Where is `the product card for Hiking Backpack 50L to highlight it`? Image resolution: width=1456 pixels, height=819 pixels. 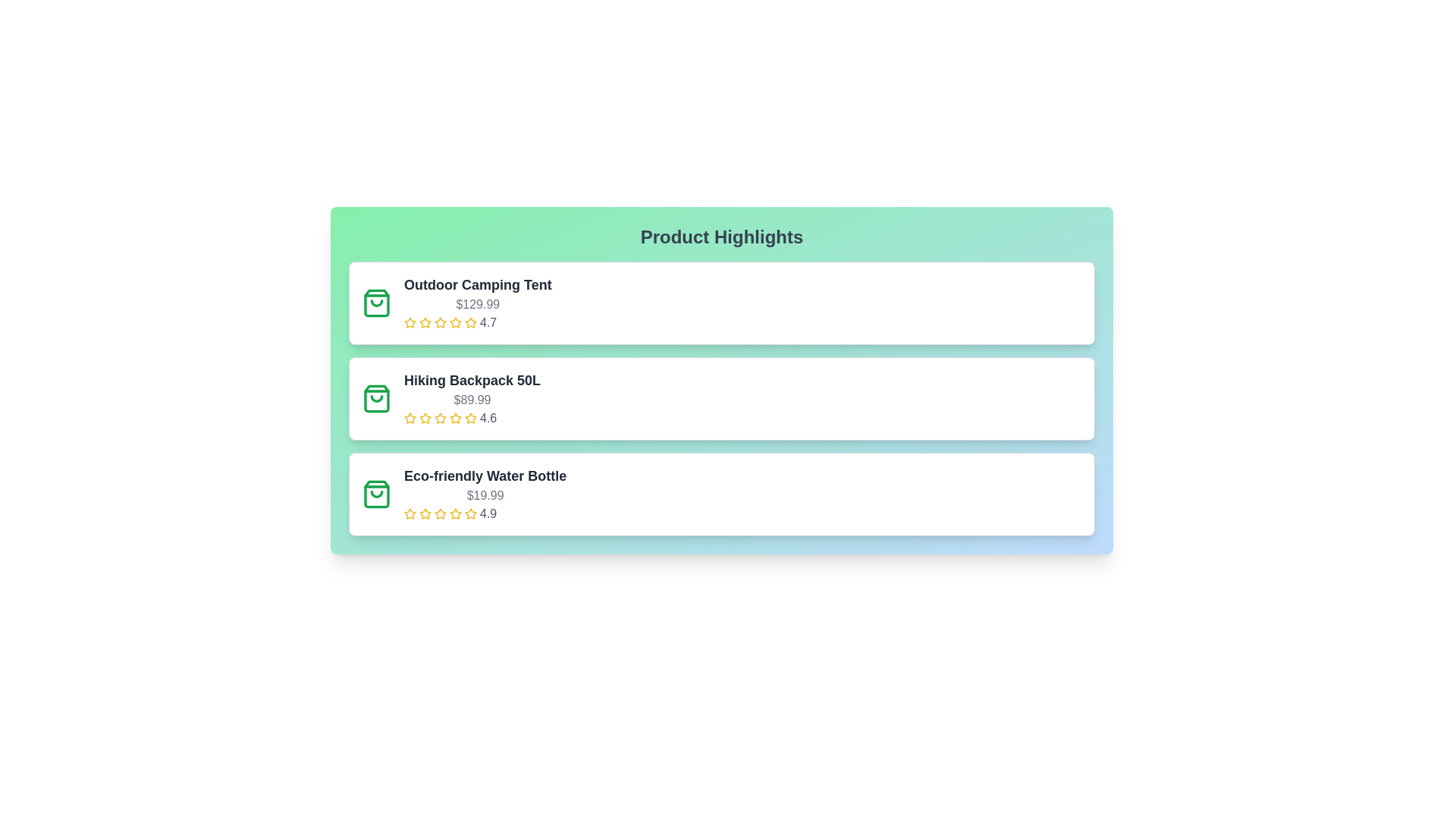
the product card for Hiking Backpack 50L to highlight it is located at coordinates (720, 397).